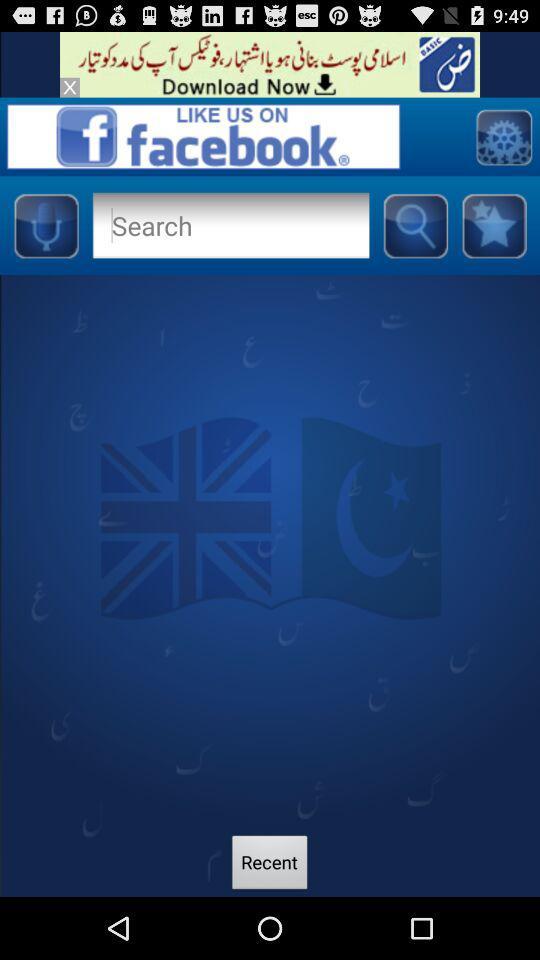  Describe the element at coordinates (229, 225) in the screenshot. I see `search` at that location.